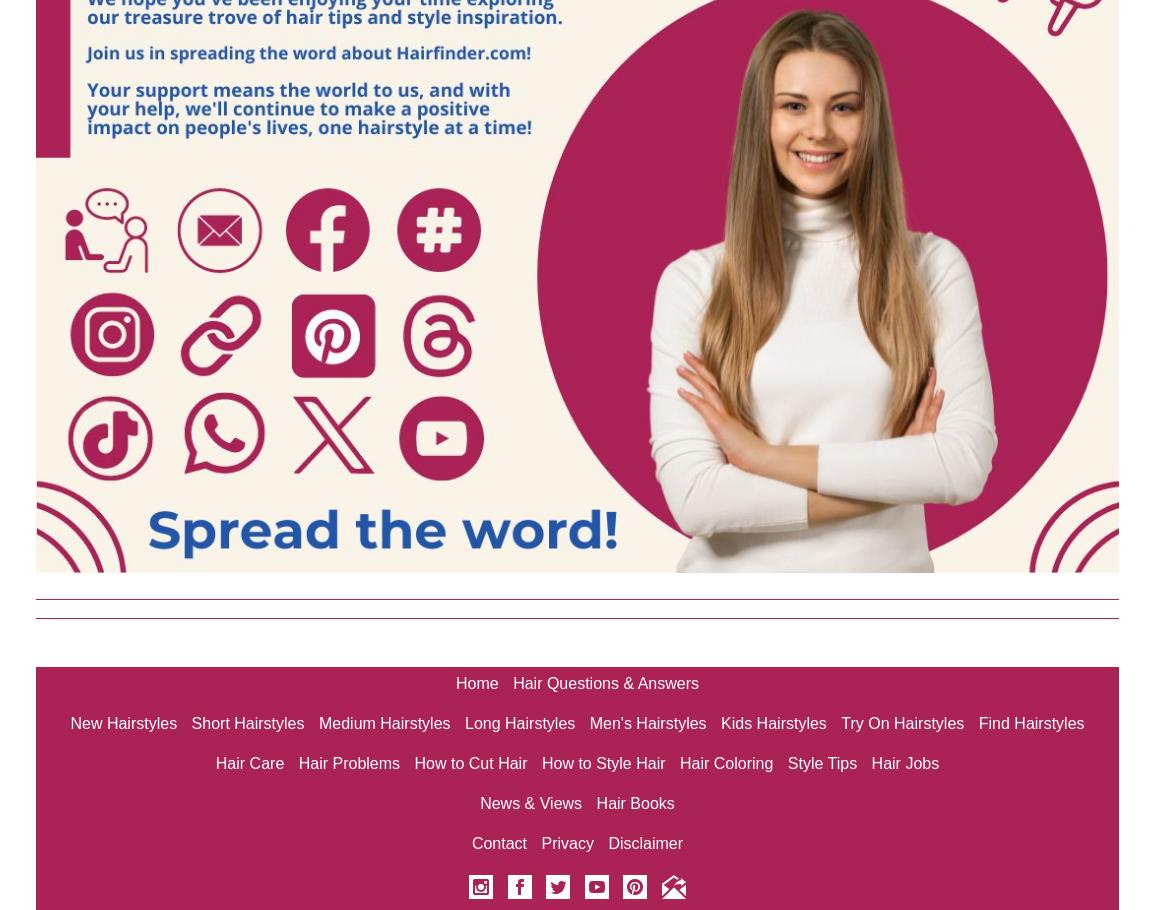 The height and width of the screenshot is (910, 1155). What do you see at coordinates (822, 763) in the screenshot?
I see `'Style Tips'` at bounding box center [822, 763].